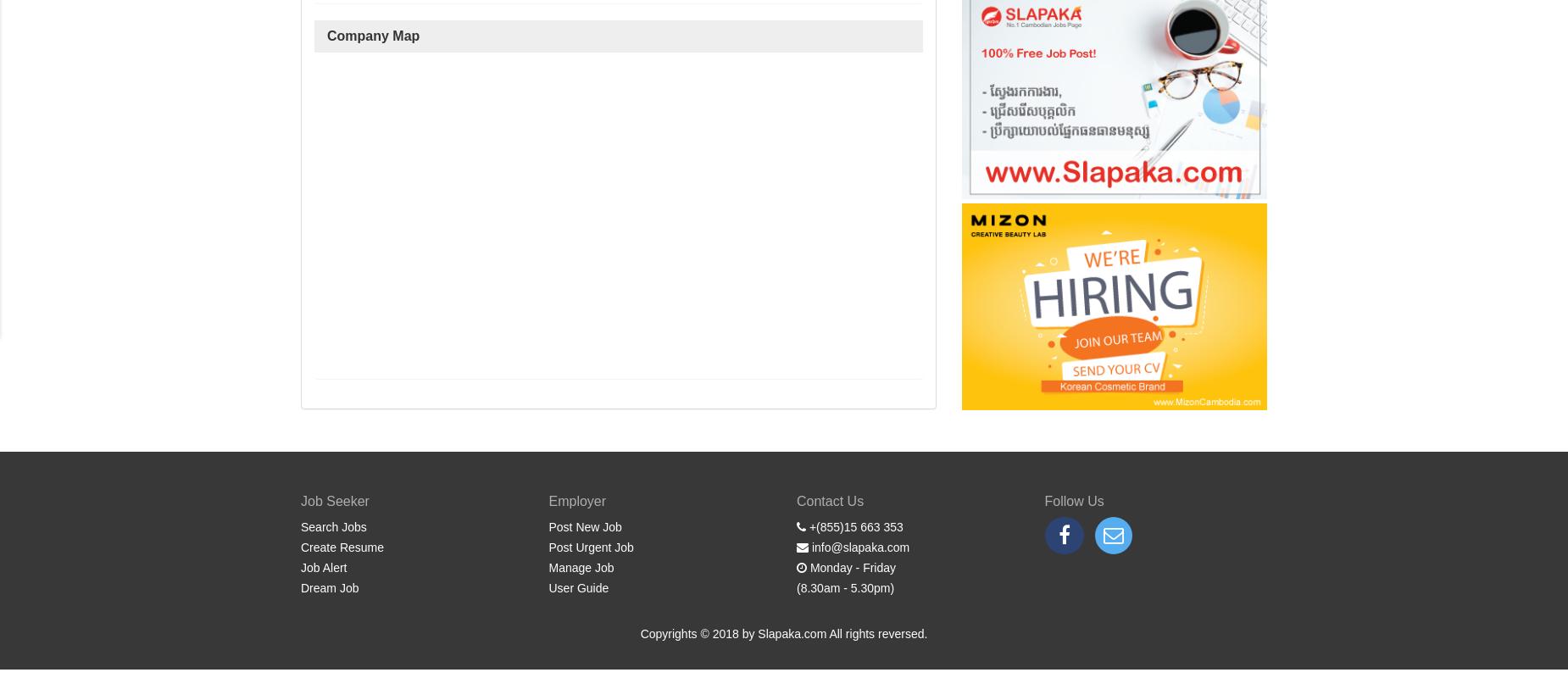 The height and width of the screenshot is (678, 1568). I want to click on 'Post Urgent Job', so click(591, 547).